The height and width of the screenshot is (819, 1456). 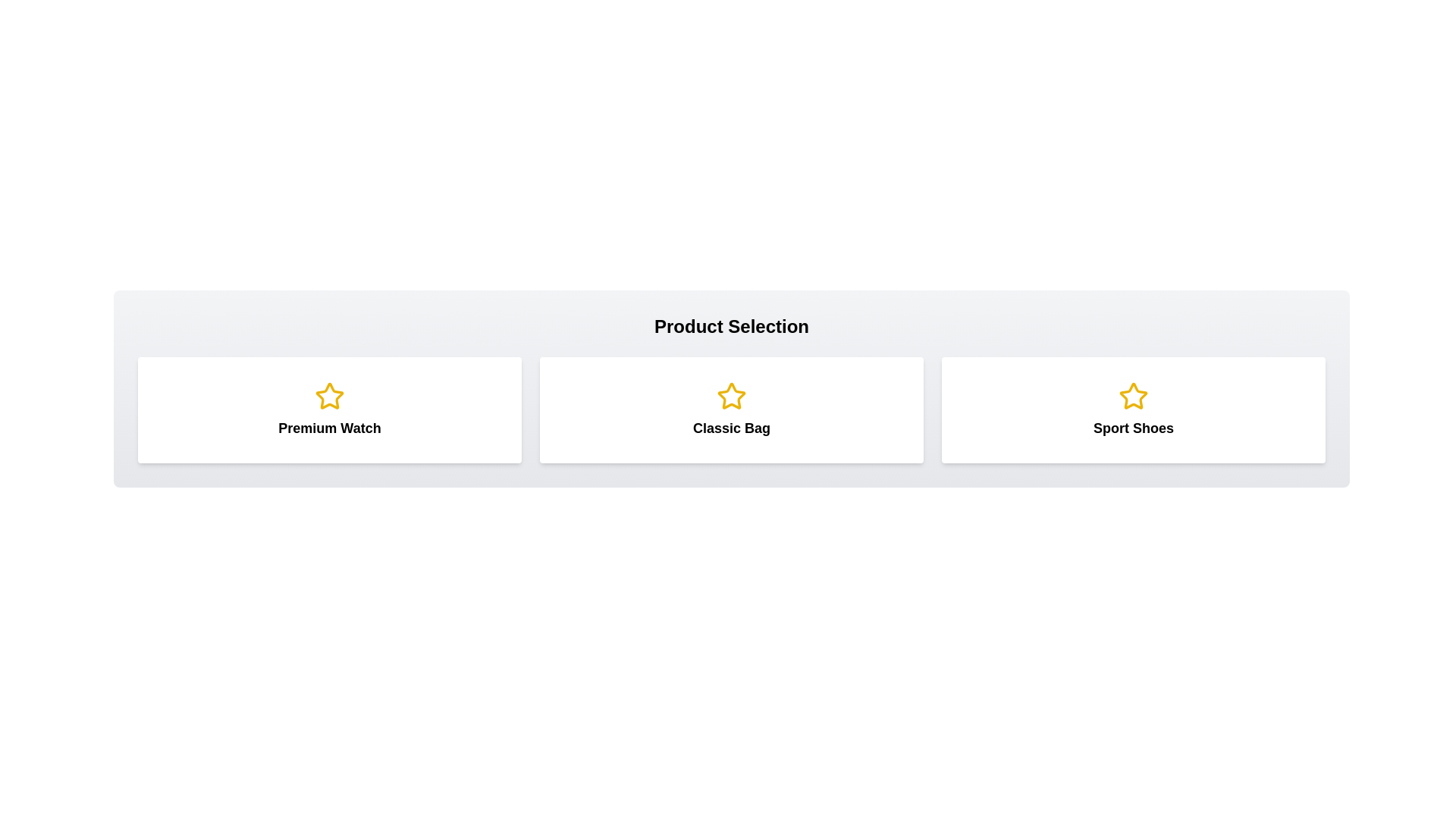 What do you see at coordinates (329, 409) in the screenshot?
I see `the center of the 'Premium Watch' selectable product card, which is the leftmost card in a grid of three product cards` at bounding box center [329, 409].